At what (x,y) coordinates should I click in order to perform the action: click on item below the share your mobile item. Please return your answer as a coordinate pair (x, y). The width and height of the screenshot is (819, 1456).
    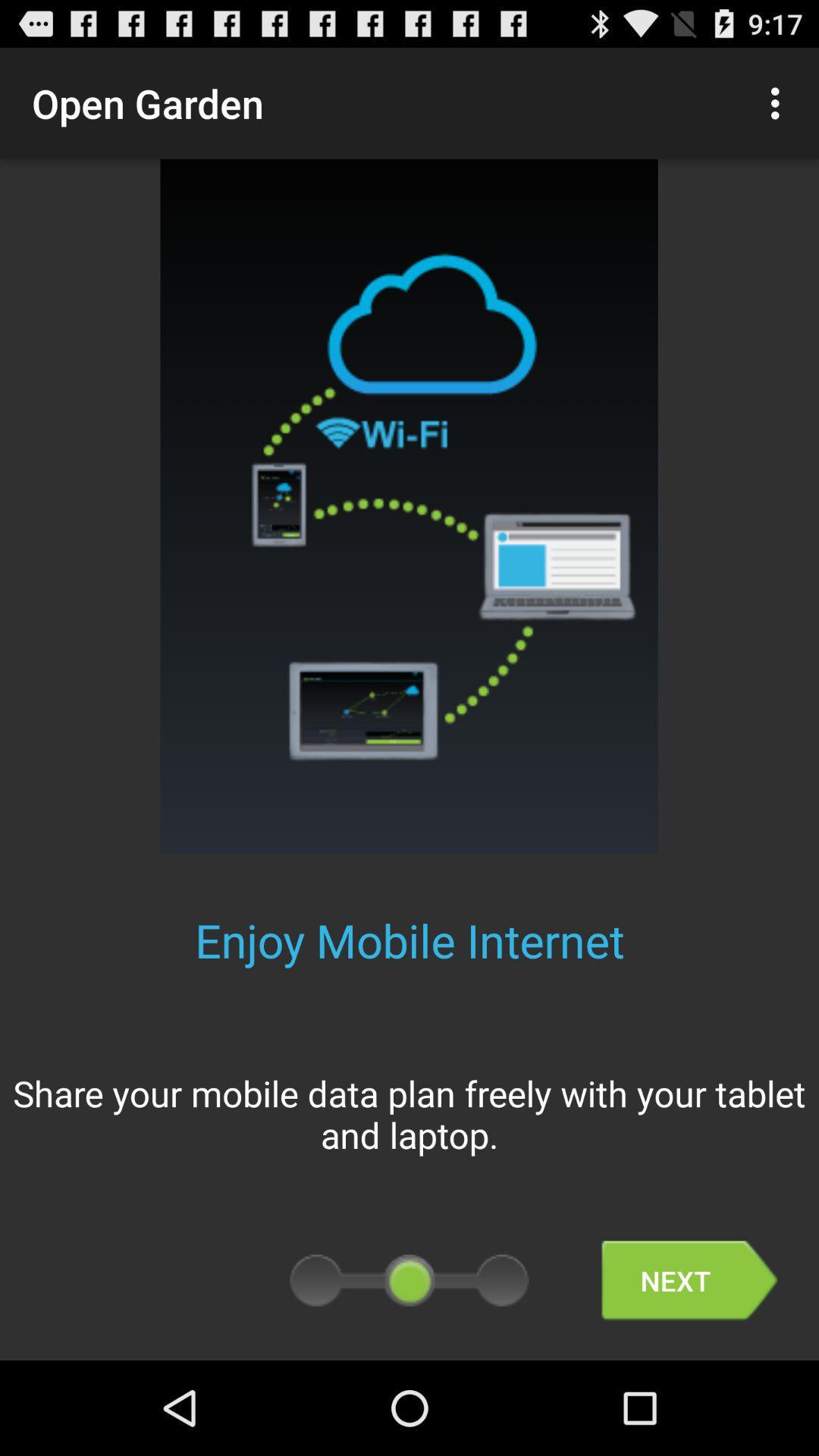
    Looking at the image, I should click on (689, 1280).